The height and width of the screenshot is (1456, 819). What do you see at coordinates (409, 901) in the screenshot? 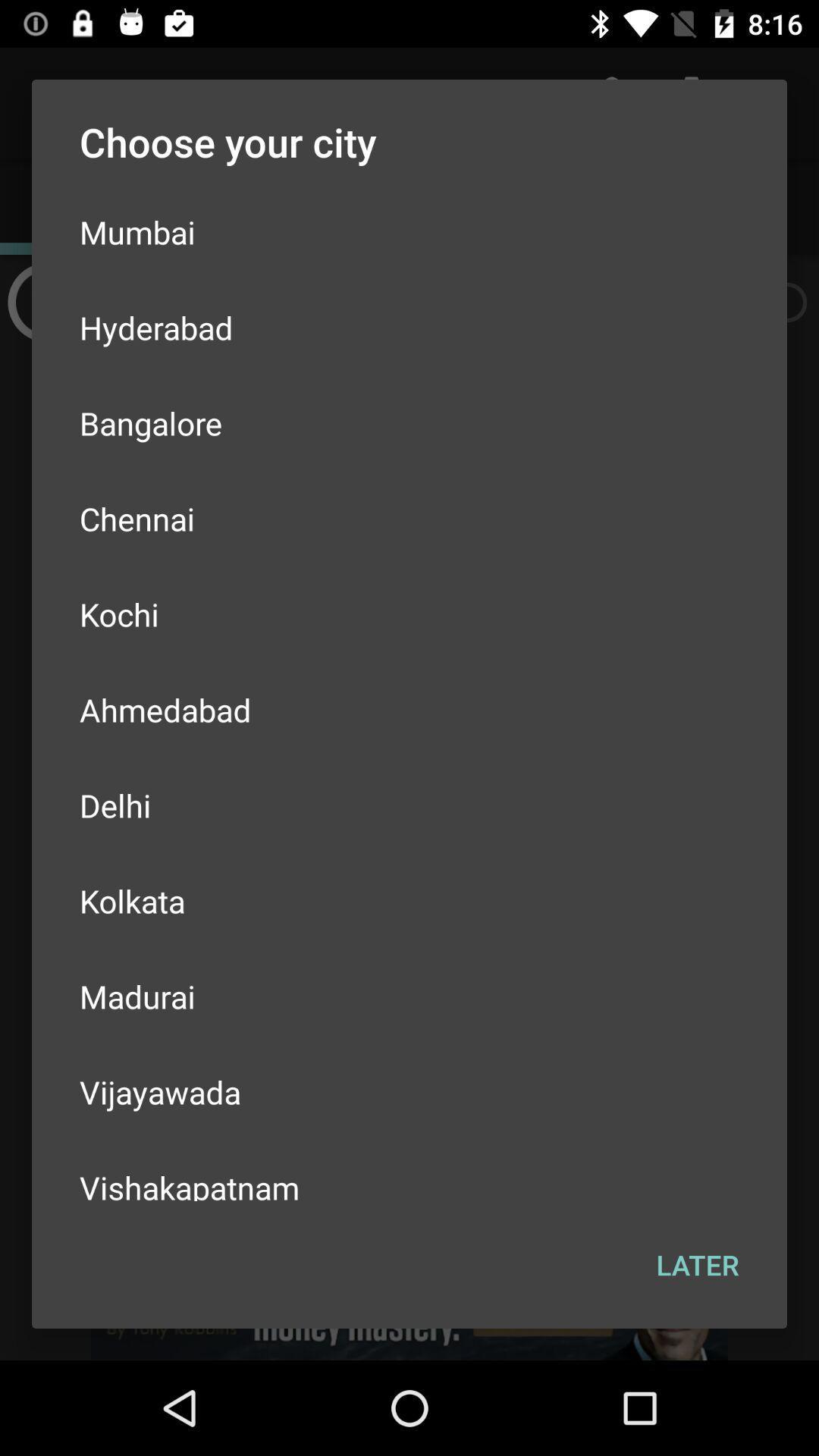
I see `kolkata icon` at bounding box center [409, 901].